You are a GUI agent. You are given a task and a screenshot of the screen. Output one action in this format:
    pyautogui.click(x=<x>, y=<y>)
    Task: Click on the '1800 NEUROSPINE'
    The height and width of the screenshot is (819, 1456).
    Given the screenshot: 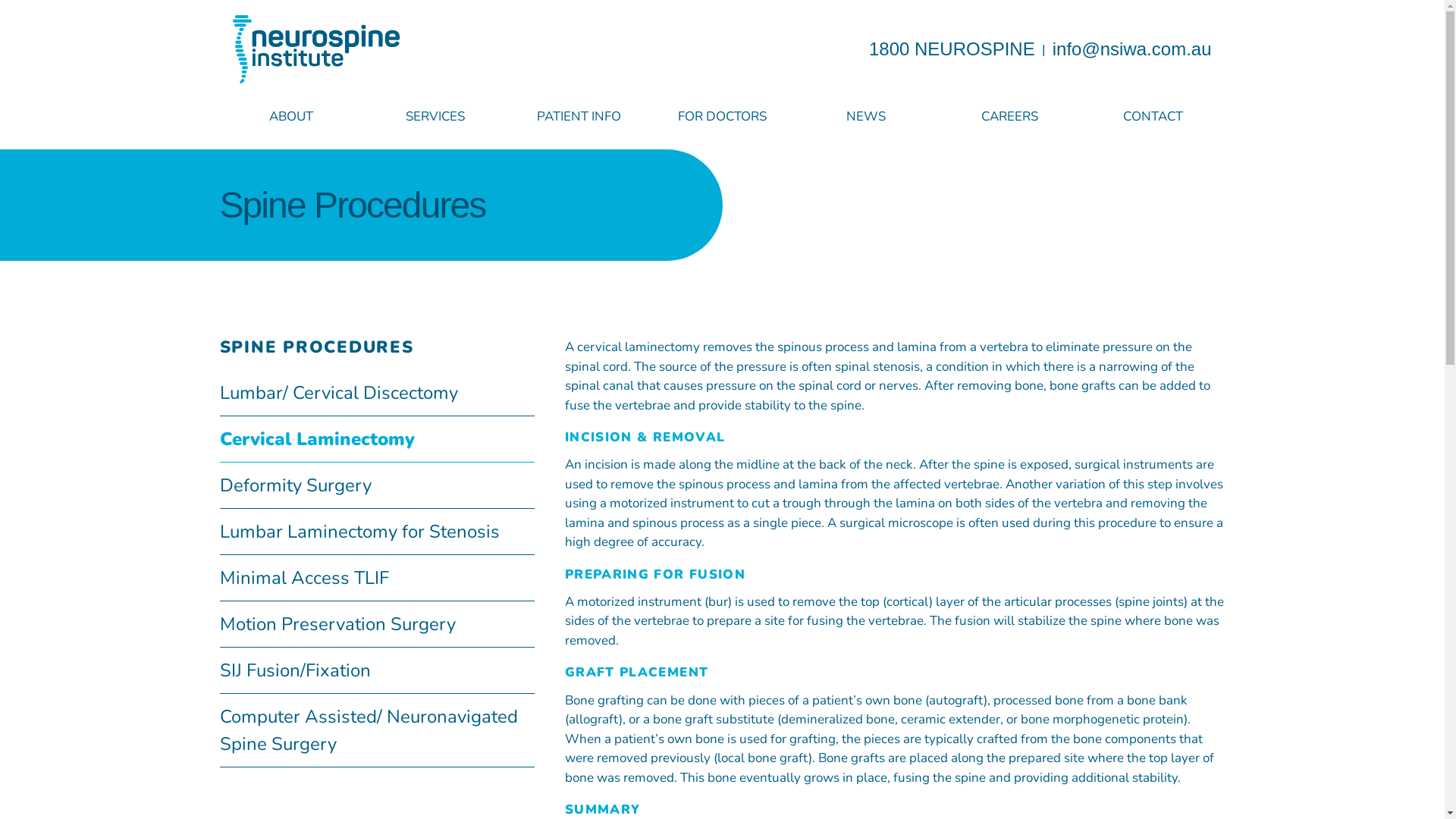 What is the action you would take?
    pyautogui.click(x=951, y=47)
    